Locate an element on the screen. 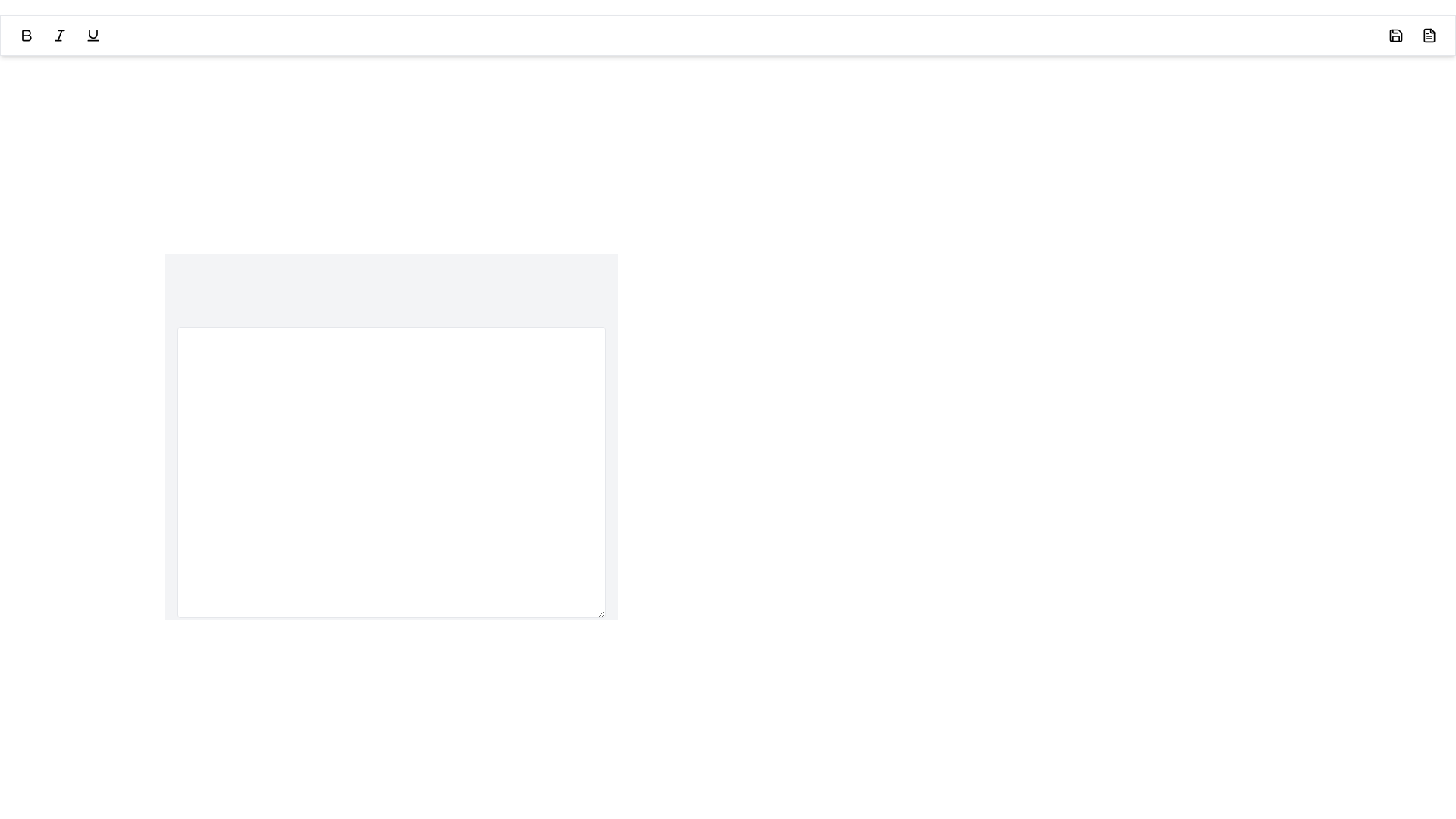 The width and height of the screenshot is (1456, 819). the italic text formatting button, which is the second item in the horizontal toolbar positioned between the bold and underline icons is located at coordinates (59, 34).